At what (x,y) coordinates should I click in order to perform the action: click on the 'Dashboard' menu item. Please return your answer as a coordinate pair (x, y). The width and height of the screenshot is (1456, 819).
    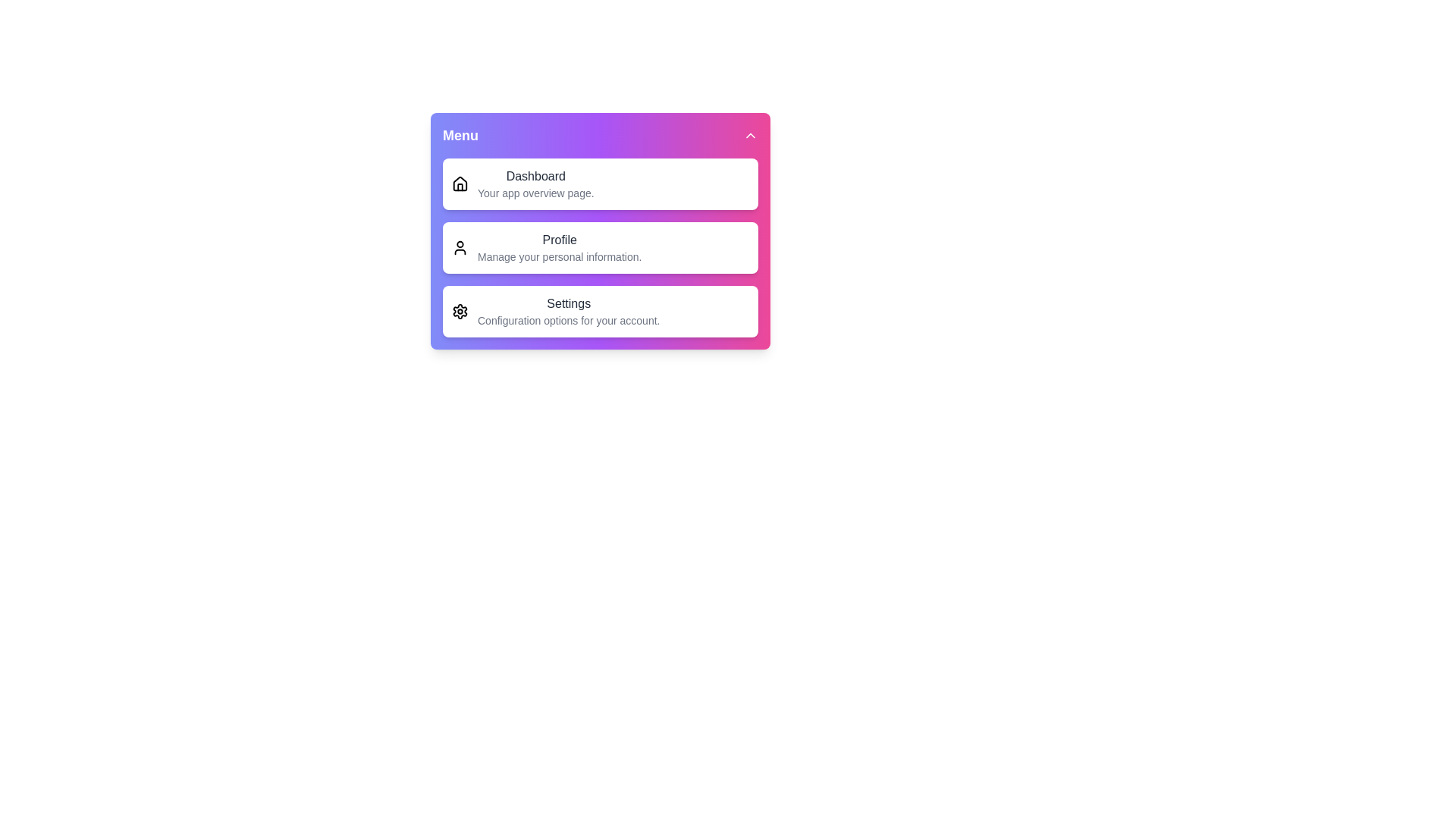
    Looking at the image, I should click on (600, 184).